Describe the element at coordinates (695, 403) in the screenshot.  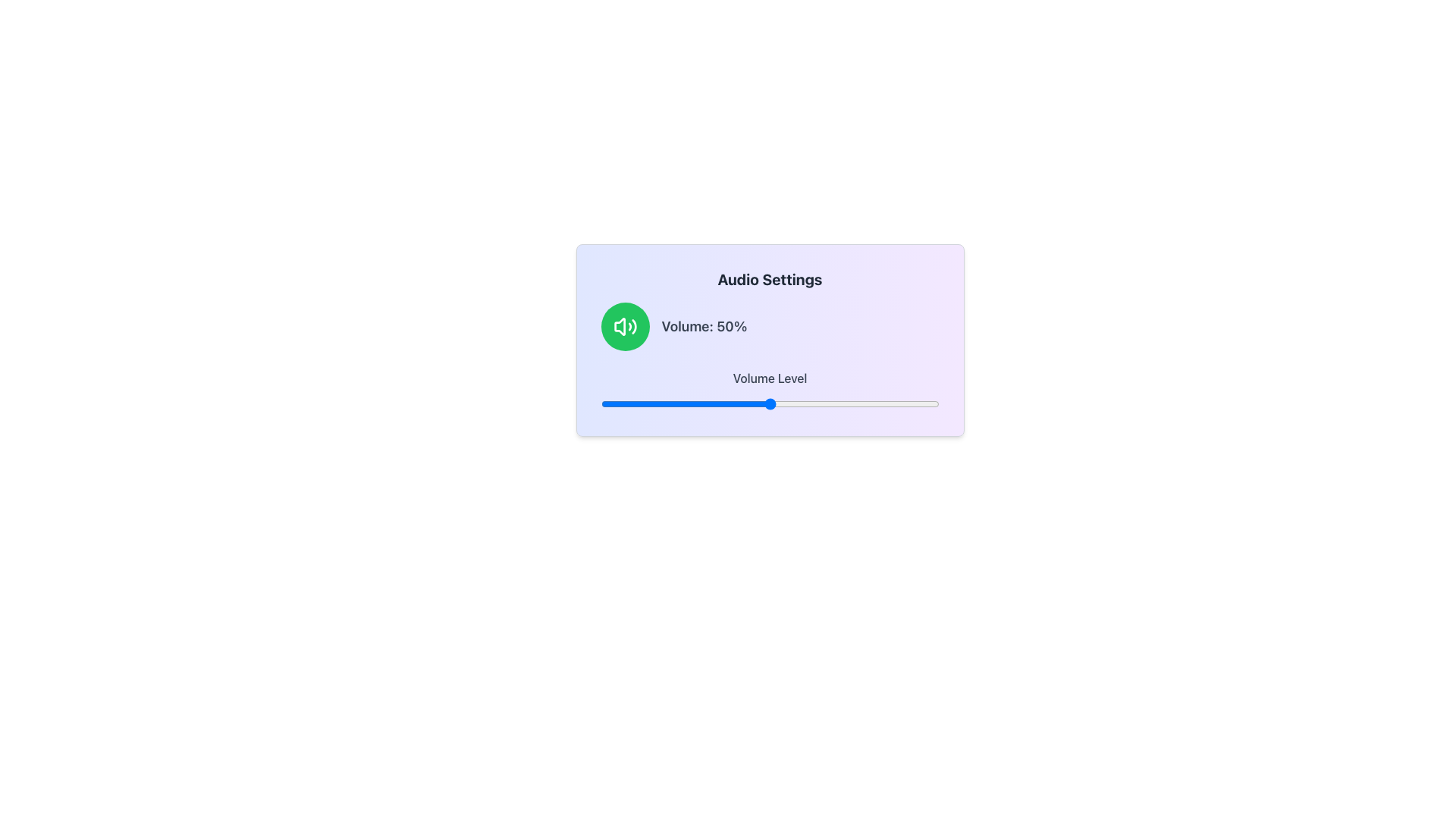
I see `volume level` at that location.